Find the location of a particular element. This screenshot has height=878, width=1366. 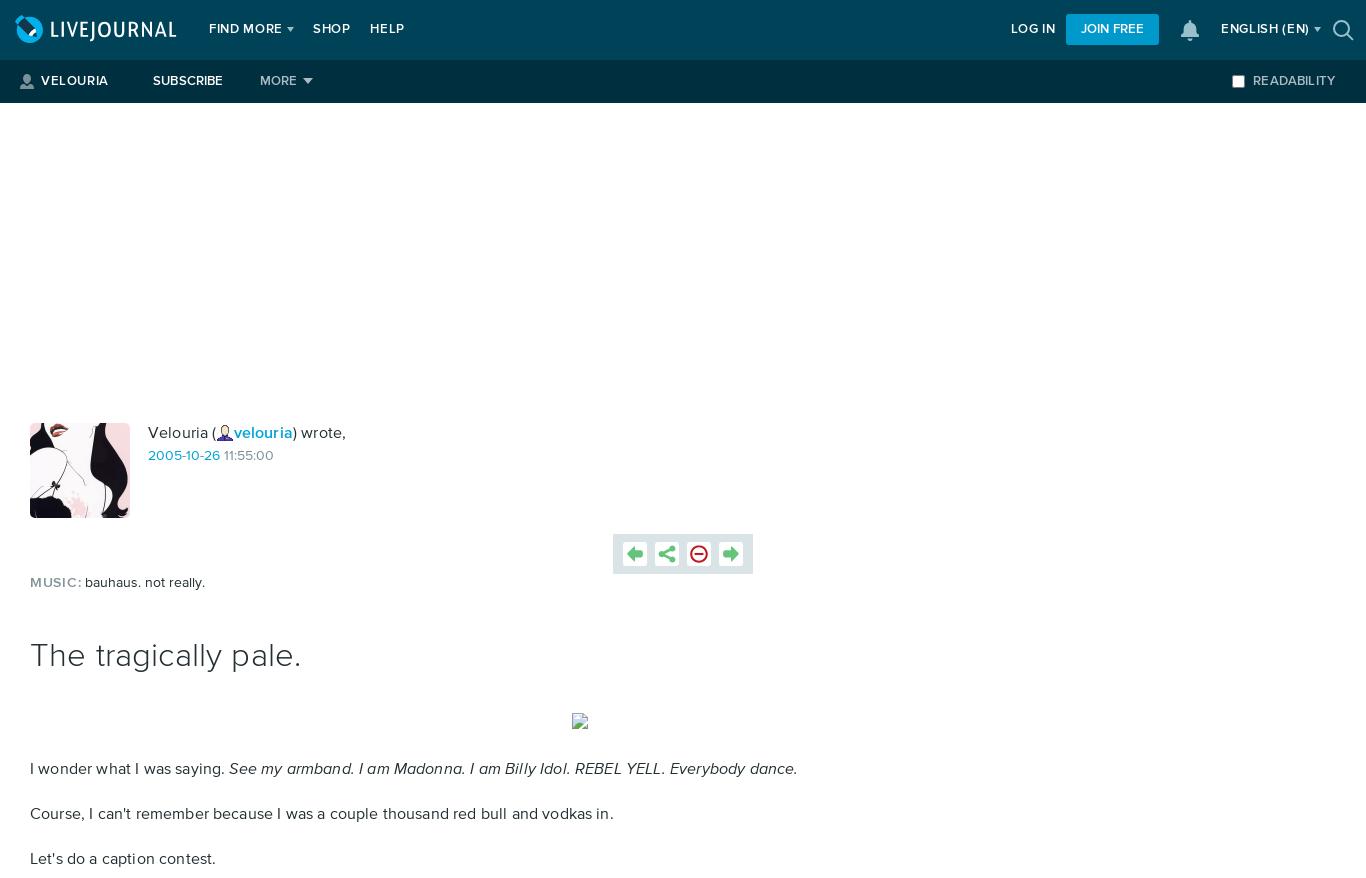

'Music:' is located at coordinates (55, 582).